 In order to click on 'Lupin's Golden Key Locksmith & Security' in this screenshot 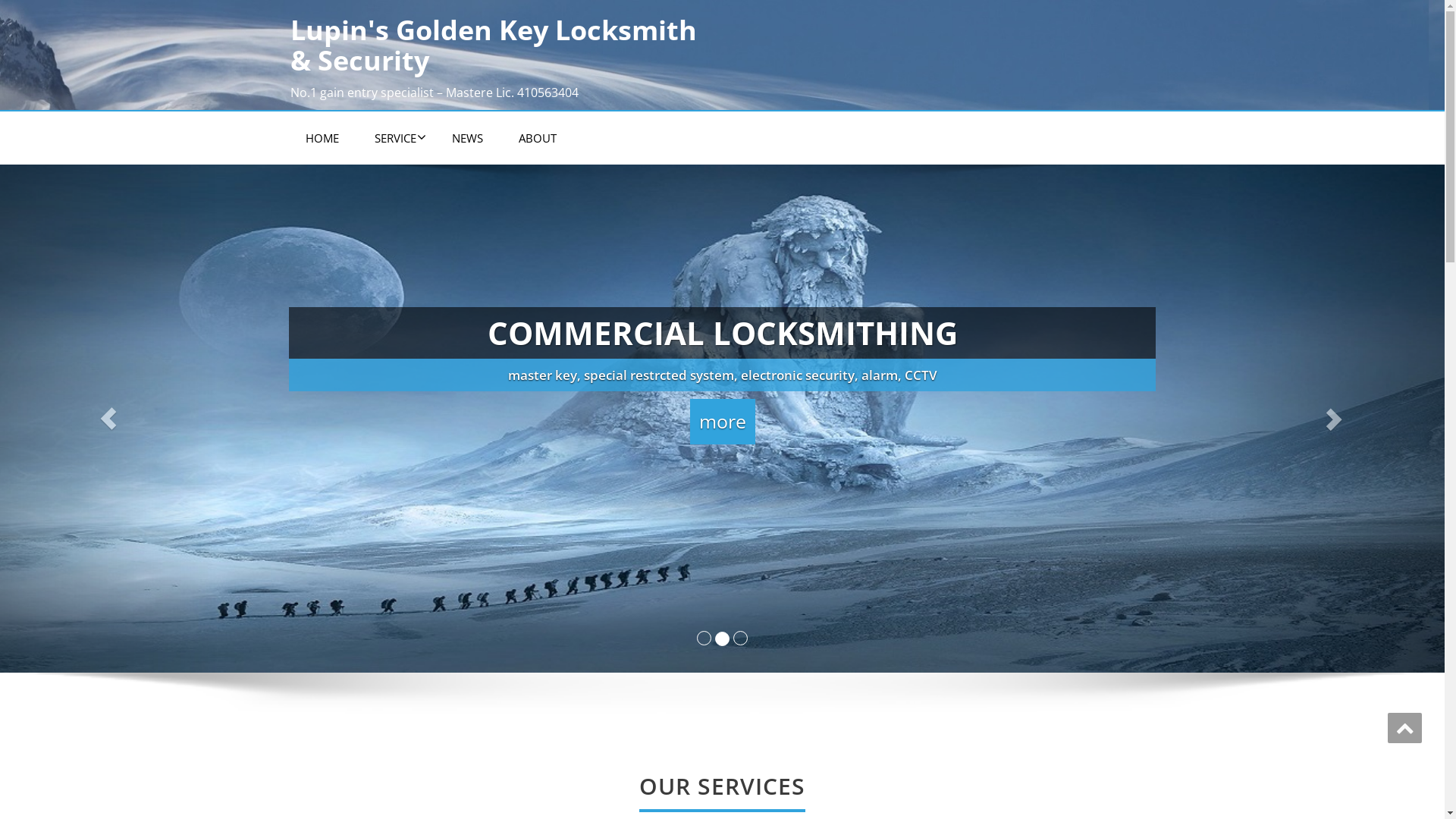, I will do `click(500, 44)`.